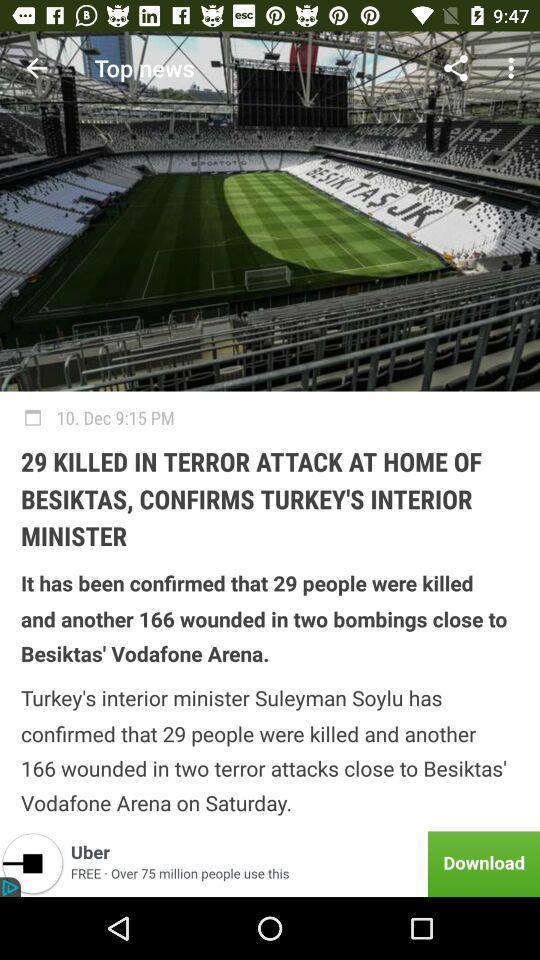  I want to click on the icon to the right of top news, so click(455, 68).